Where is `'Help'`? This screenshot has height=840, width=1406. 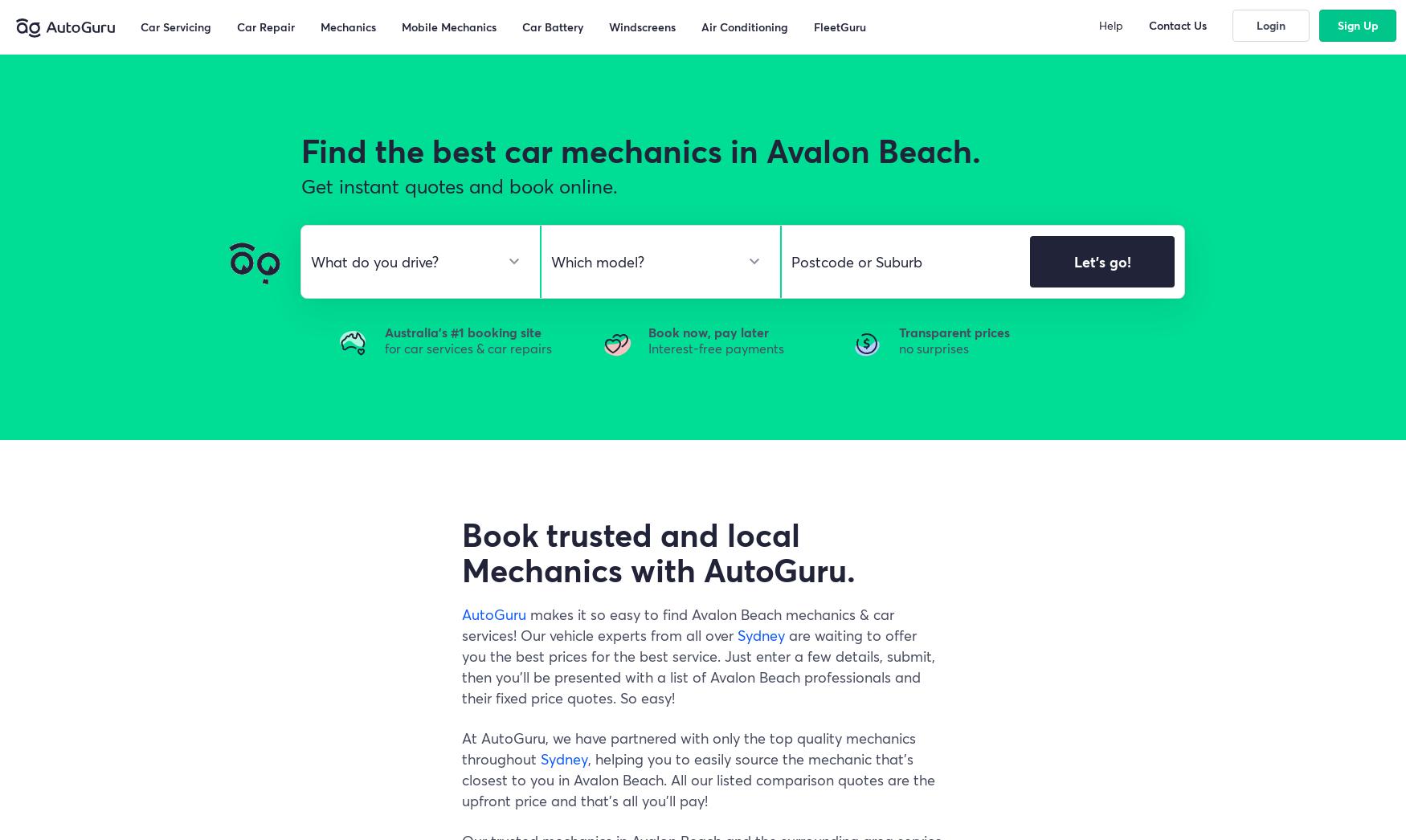 'Help' is located at coordinates (1110, 24).